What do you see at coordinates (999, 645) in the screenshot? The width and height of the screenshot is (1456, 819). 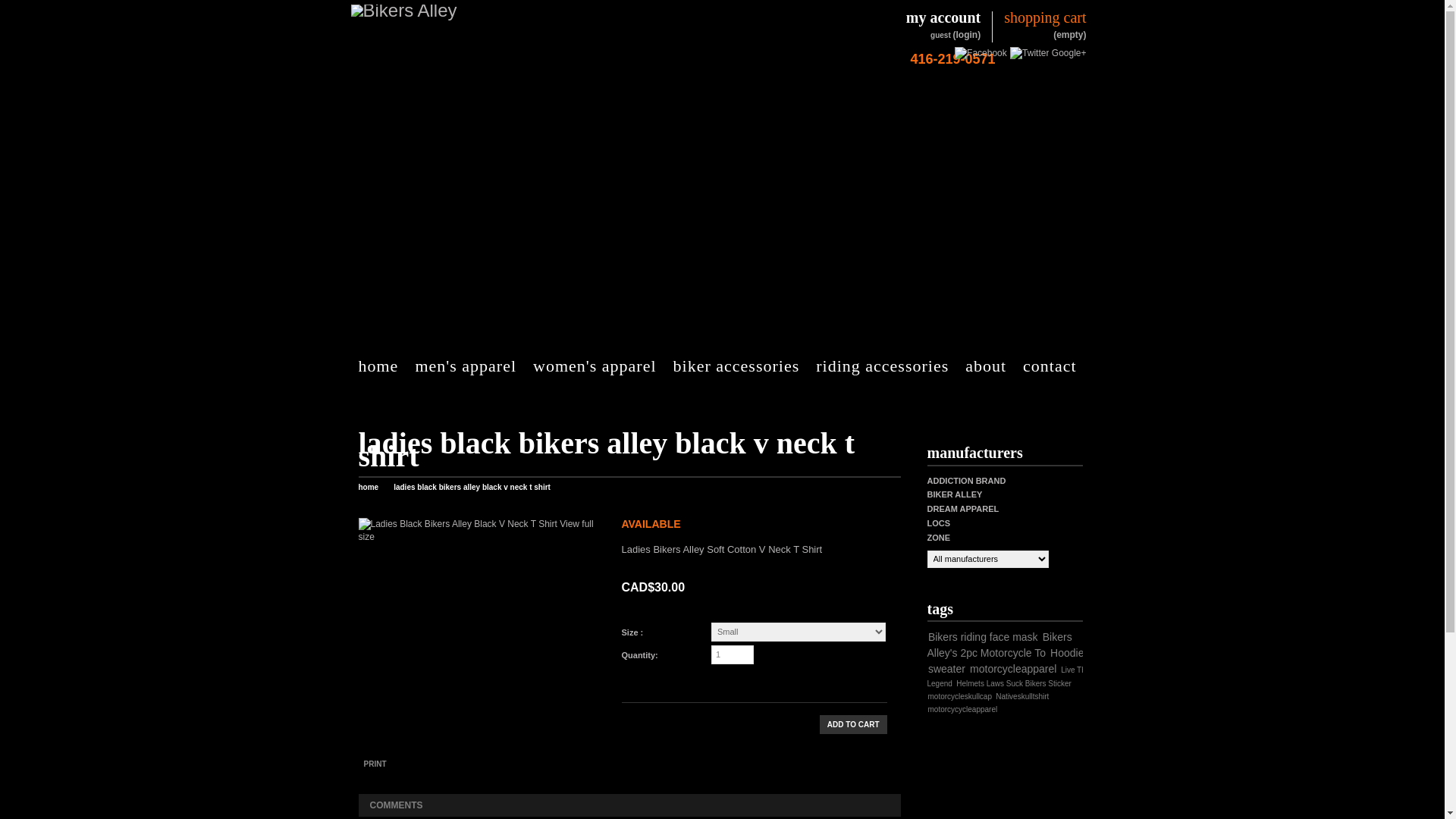 I see `'Bikers Alley's 2pc Motorcycle To'` at bounding box center [999, 645].